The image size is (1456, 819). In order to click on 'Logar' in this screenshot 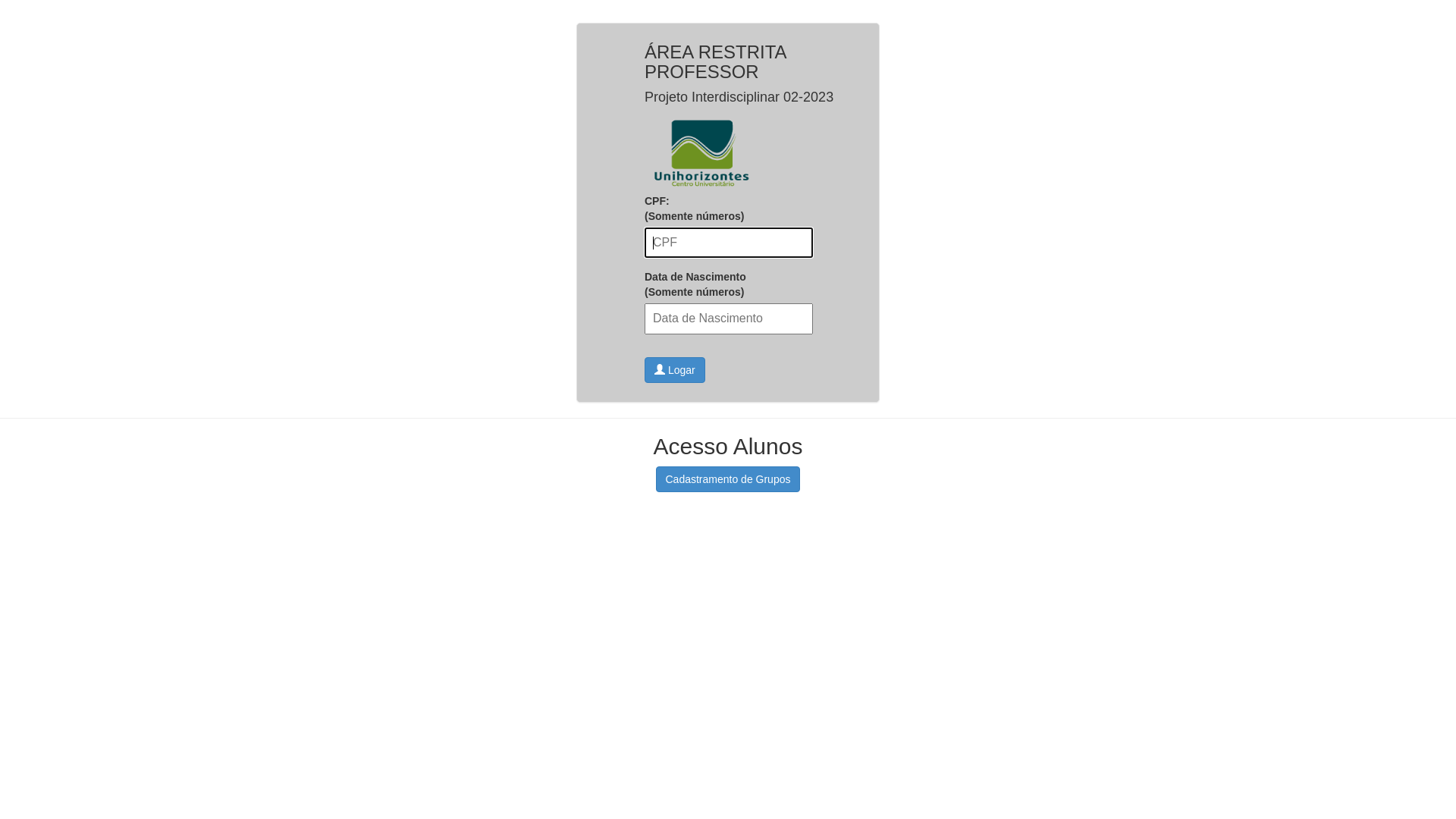, I will do `click(673, 370)`.